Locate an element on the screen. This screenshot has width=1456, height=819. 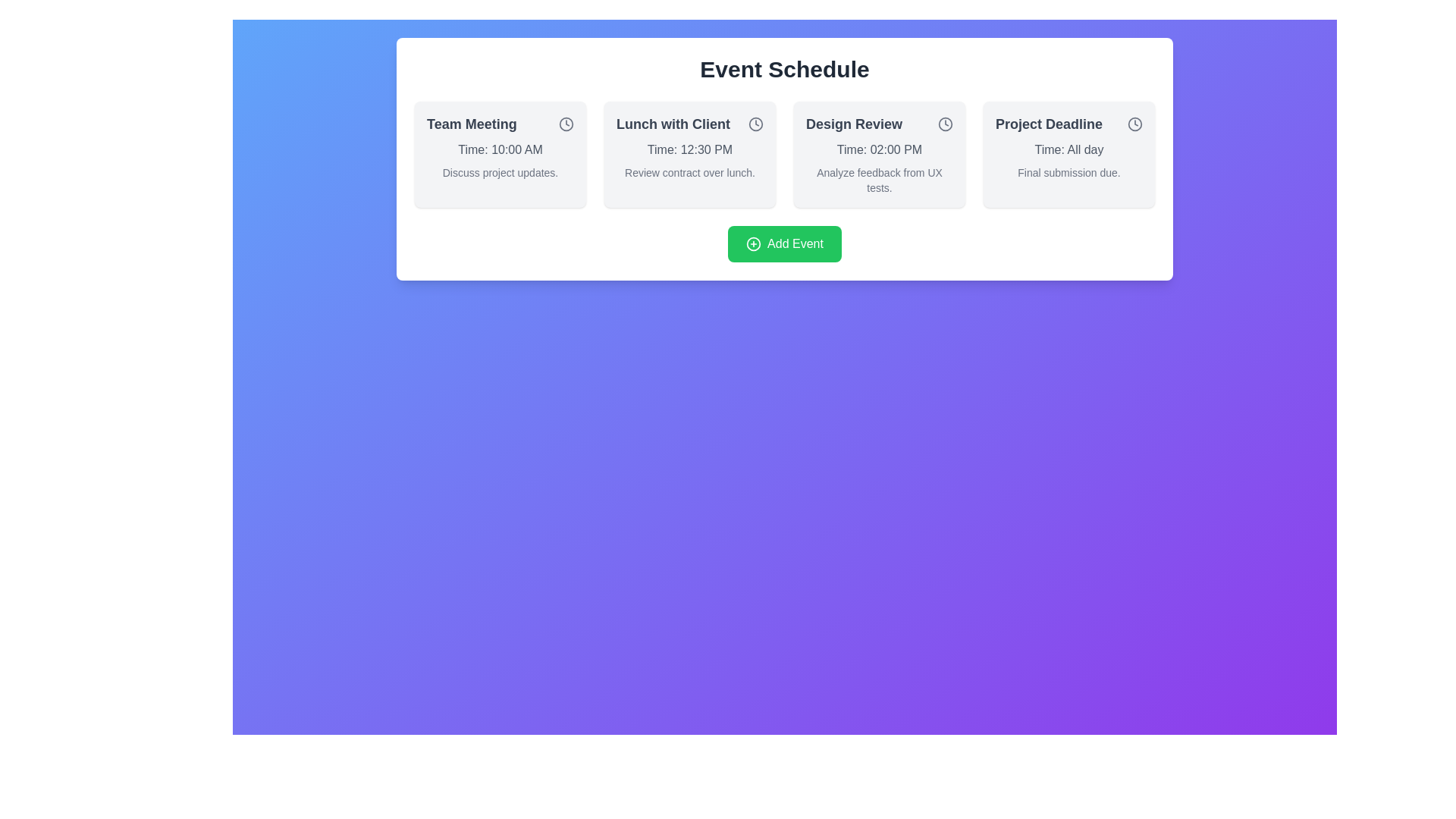
the text label displaying the scheduled time for the 'Design Review' event, located in the middle section of the third card in the horizontal row of event cards is located at coordinates (880, 149).